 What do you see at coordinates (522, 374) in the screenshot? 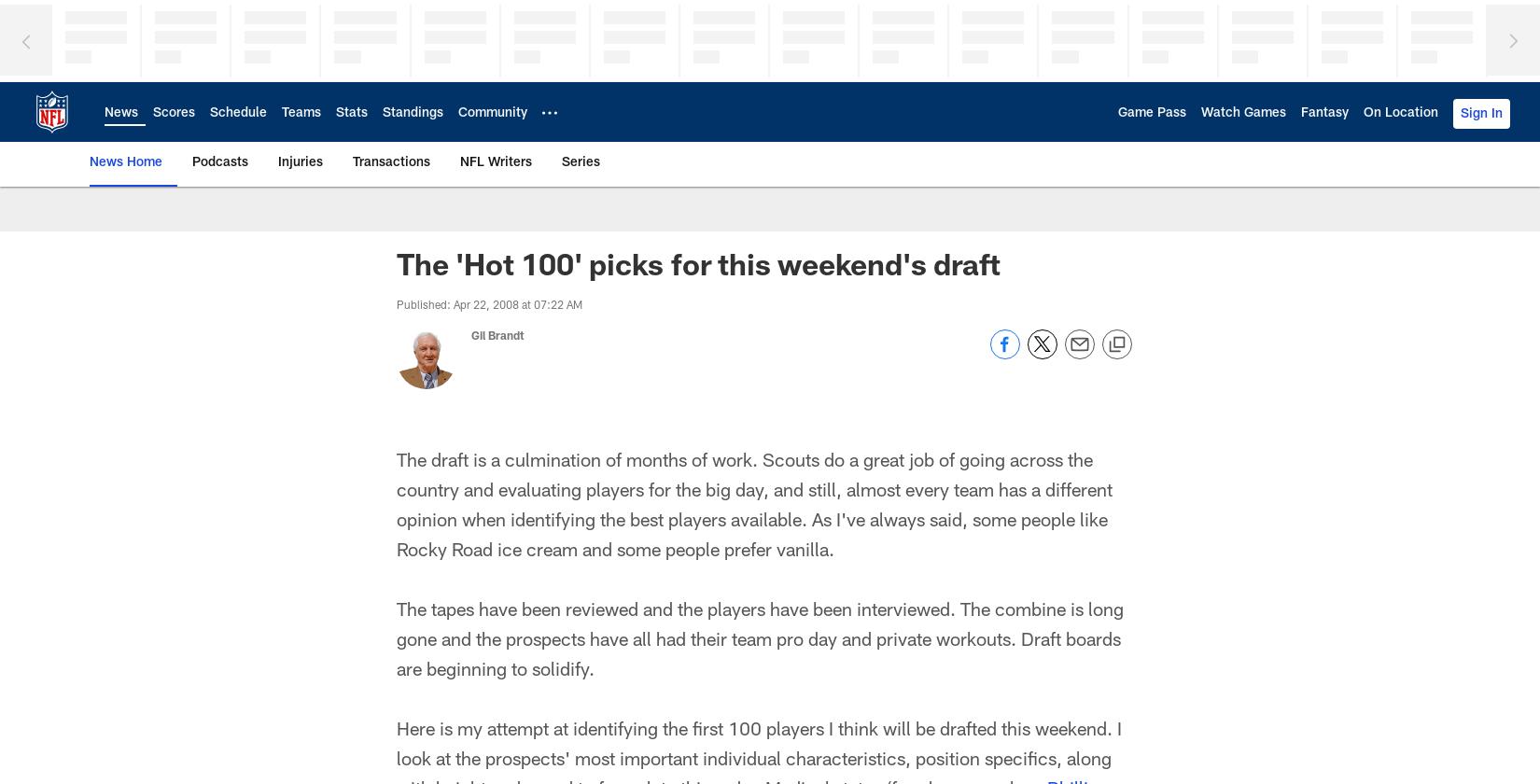
I see `'NFC North'` at bounding box center [522, 374].